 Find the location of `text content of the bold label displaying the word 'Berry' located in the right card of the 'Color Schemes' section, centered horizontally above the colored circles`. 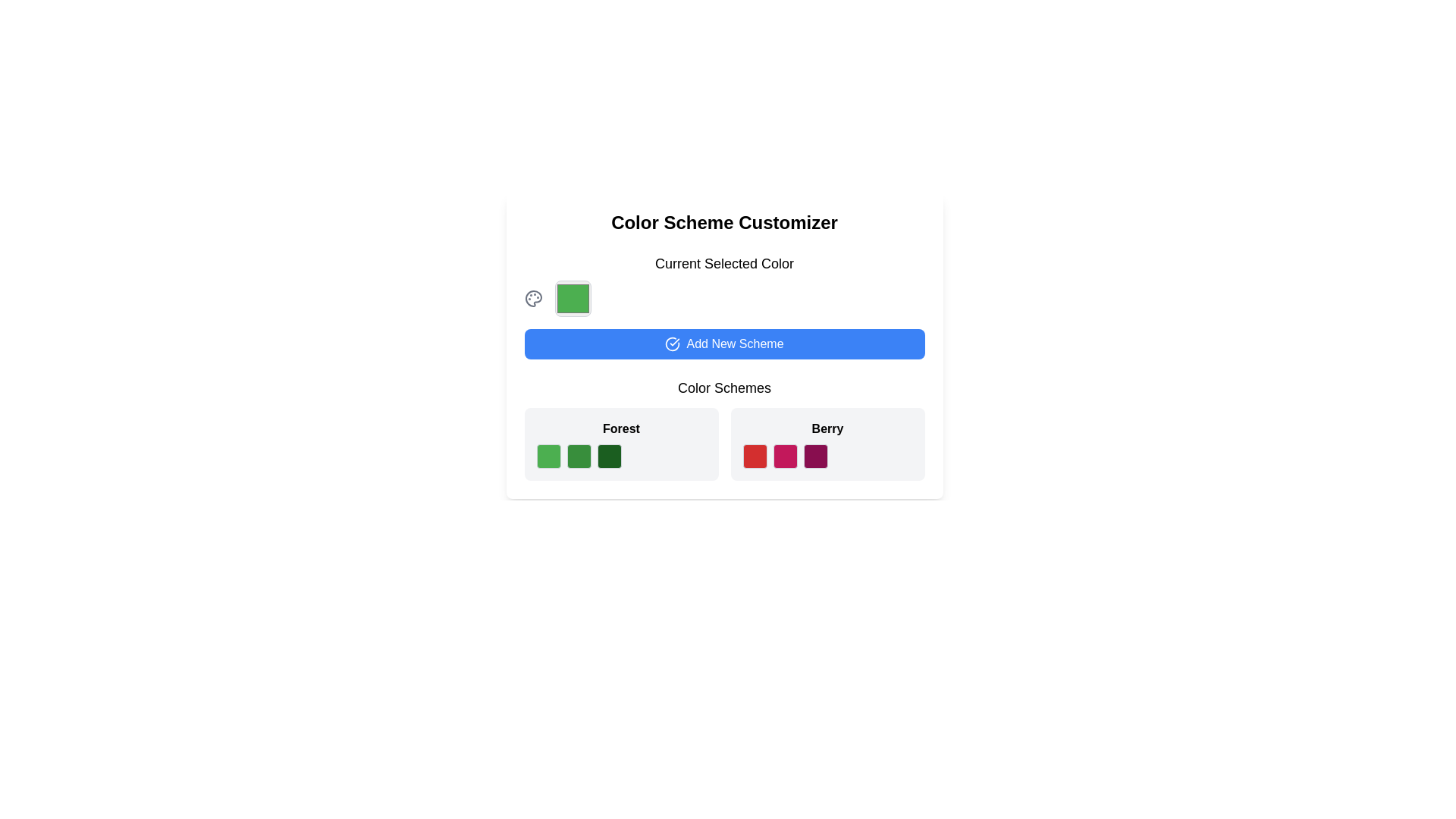

text content of the bold label displaying the word 'Berry' located in the right card of the 'Color Schemes' section, centered horizontally above the colored circles is located at coordinates (827, 429).